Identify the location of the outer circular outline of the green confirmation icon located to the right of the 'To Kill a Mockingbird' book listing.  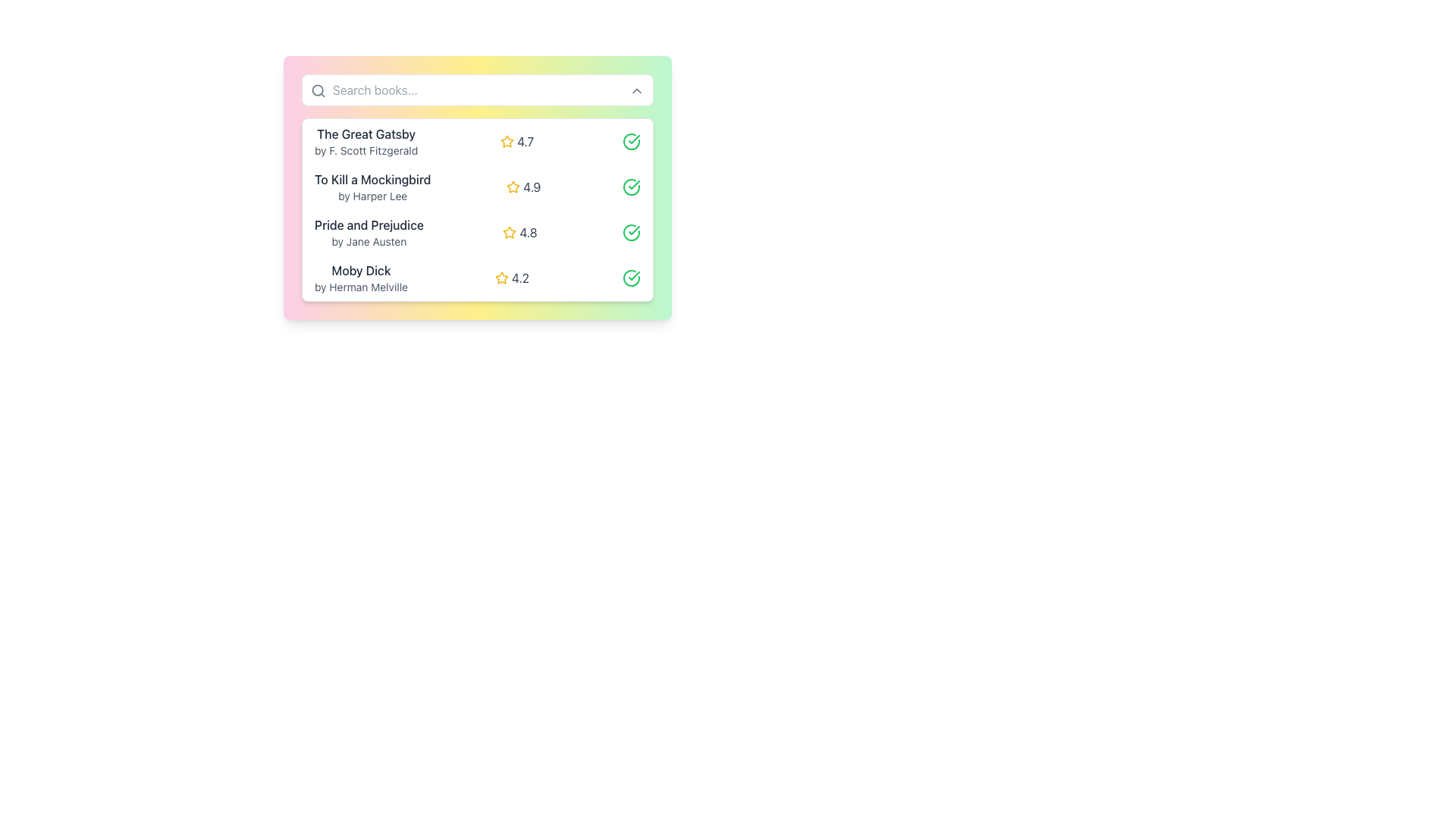
(631, 186).